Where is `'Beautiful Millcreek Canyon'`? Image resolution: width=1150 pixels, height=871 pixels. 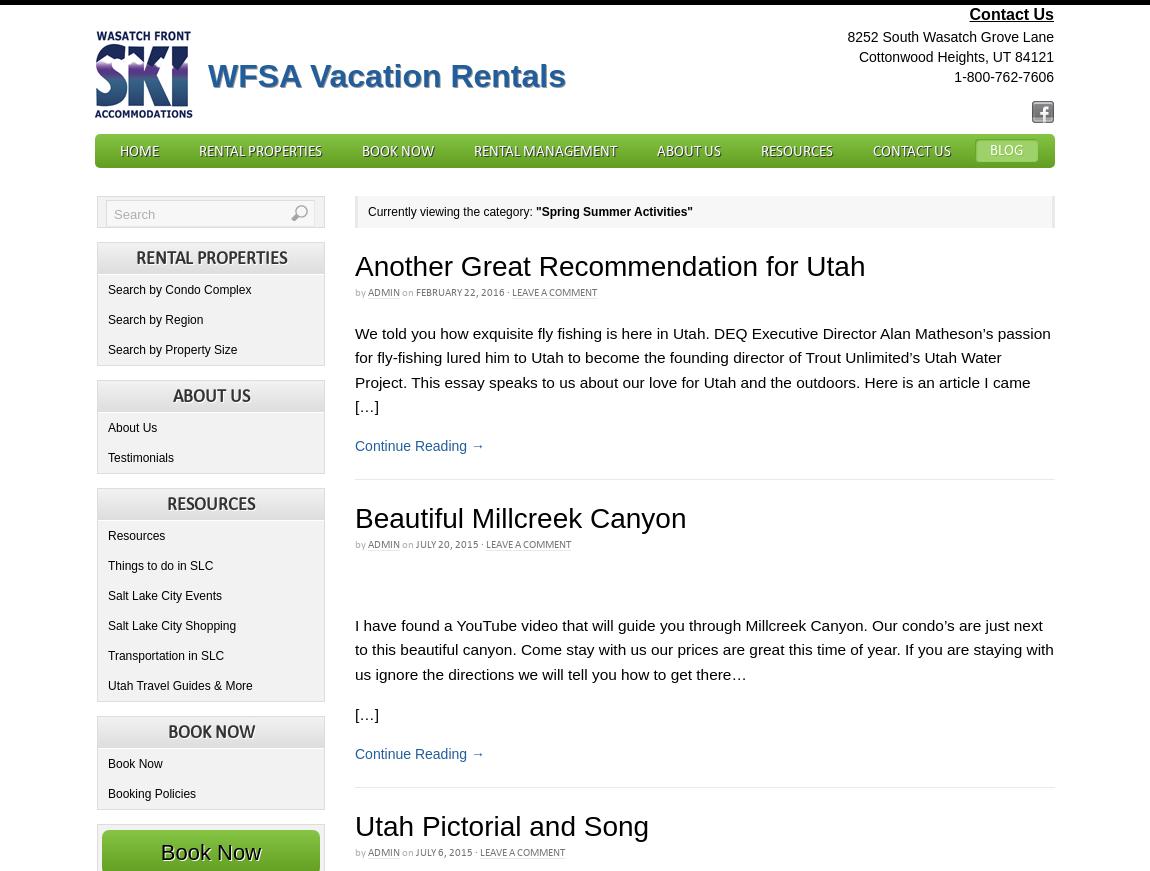 'Beautiful Millcreek Canyon' is located at coordinates (520, 518).